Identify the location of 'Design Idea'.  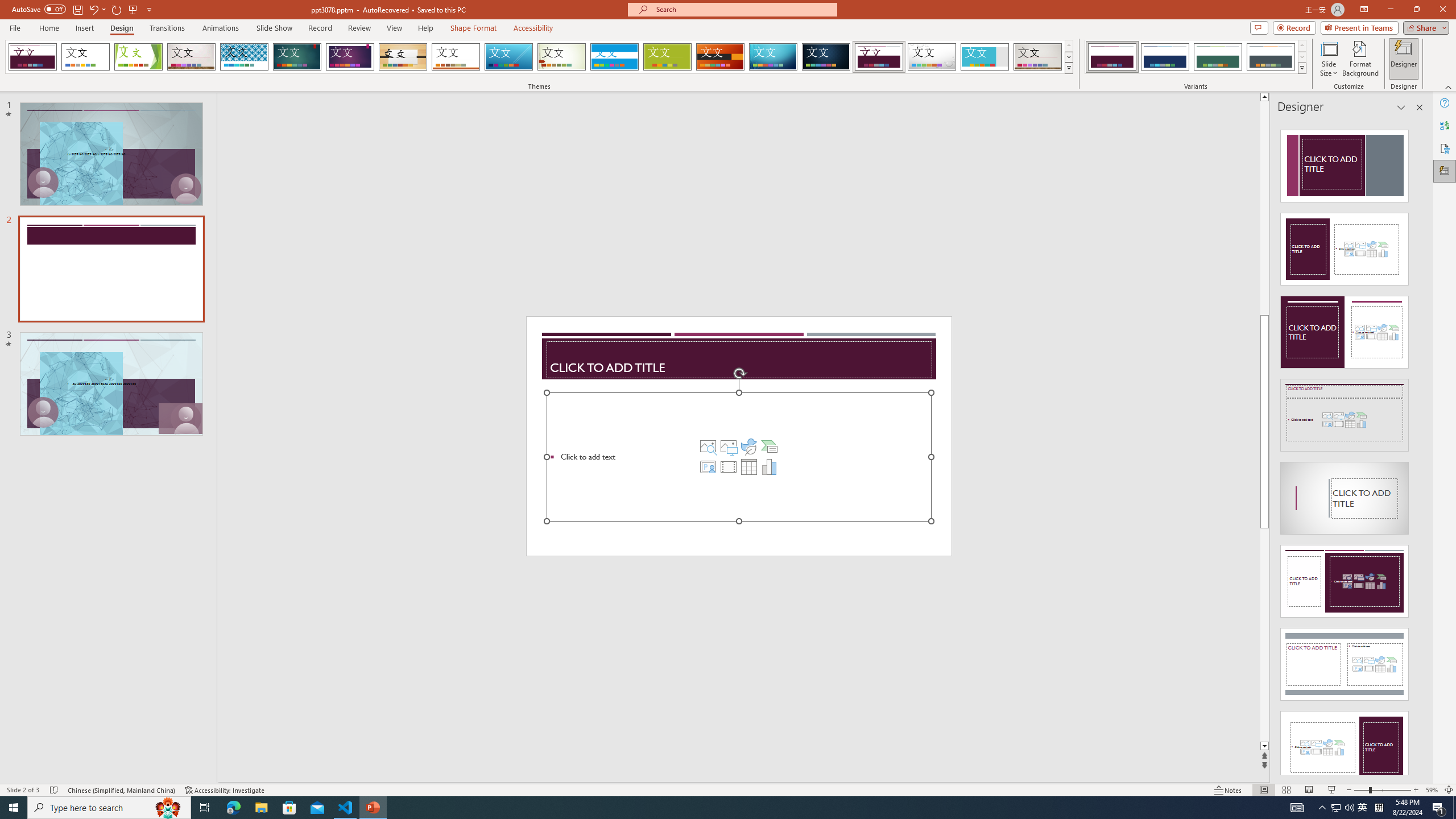
(1345, 743).